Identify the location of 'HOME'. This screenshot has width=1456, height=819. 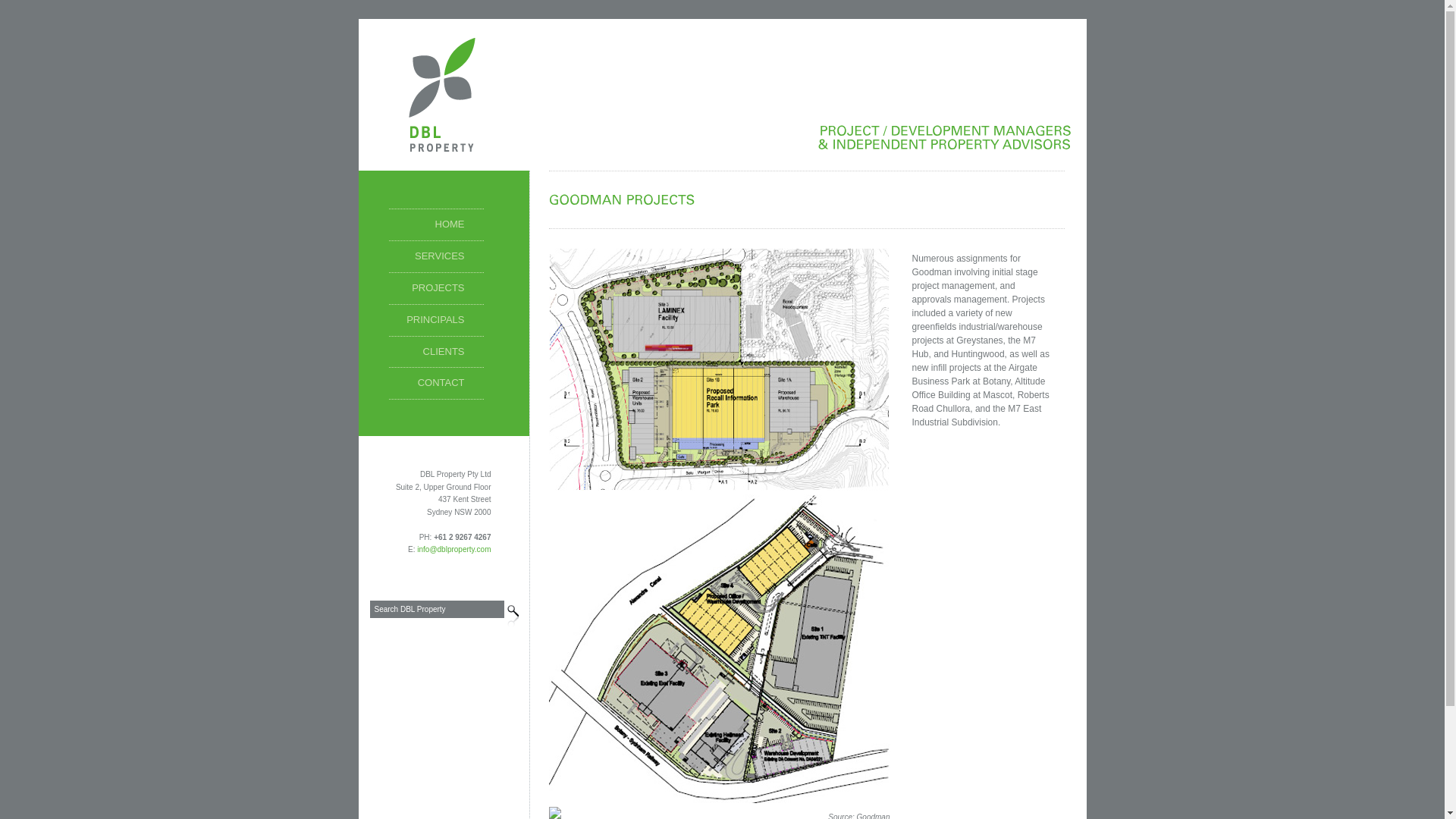
(435, 225).